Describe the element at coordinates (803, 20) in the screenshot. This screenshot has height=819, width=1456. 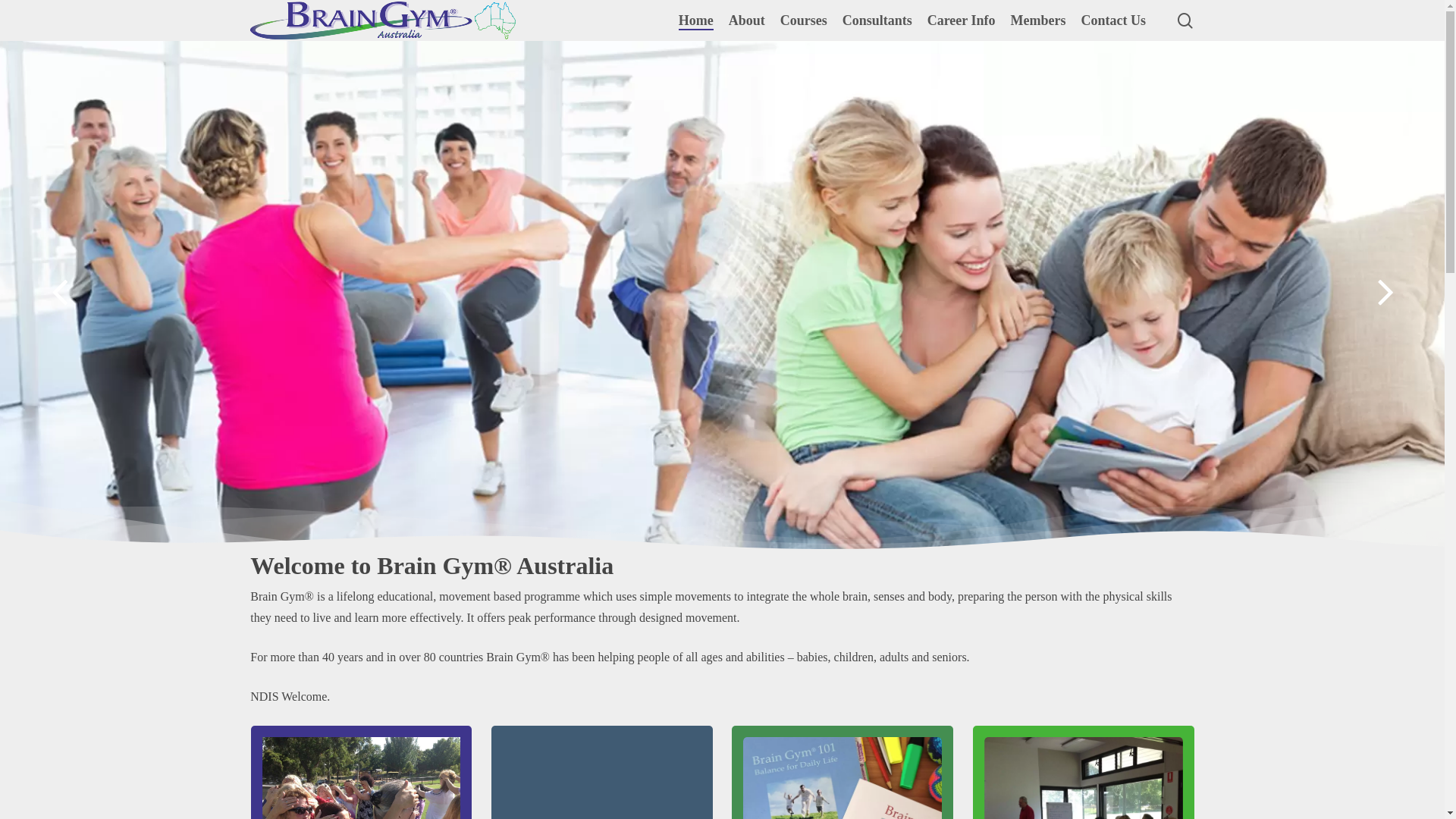
I see `'Courses'` at that location.